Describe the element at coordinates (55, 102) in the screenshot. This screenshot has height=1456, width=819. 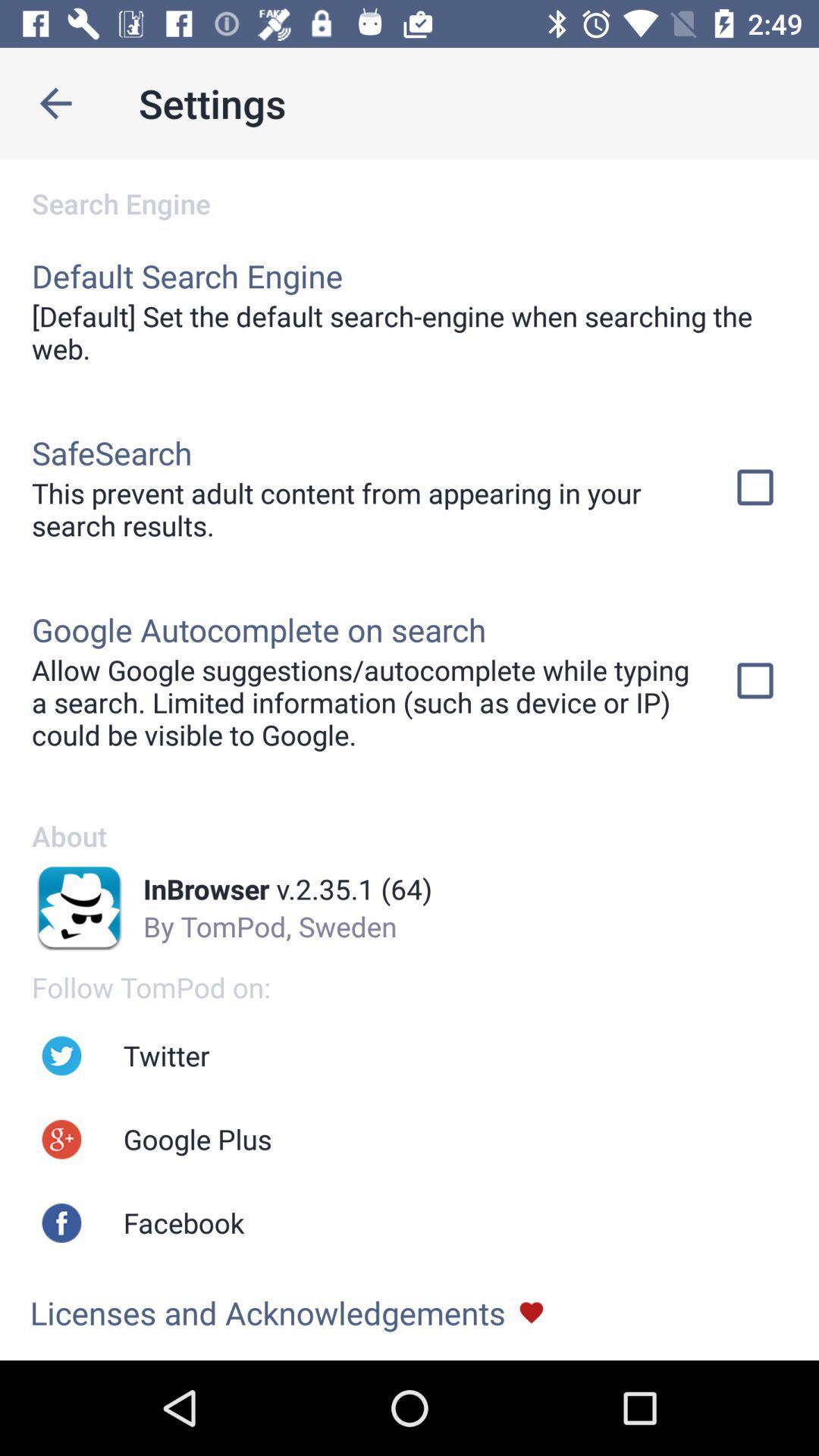
I see `the item next to the   settings app` at that location.